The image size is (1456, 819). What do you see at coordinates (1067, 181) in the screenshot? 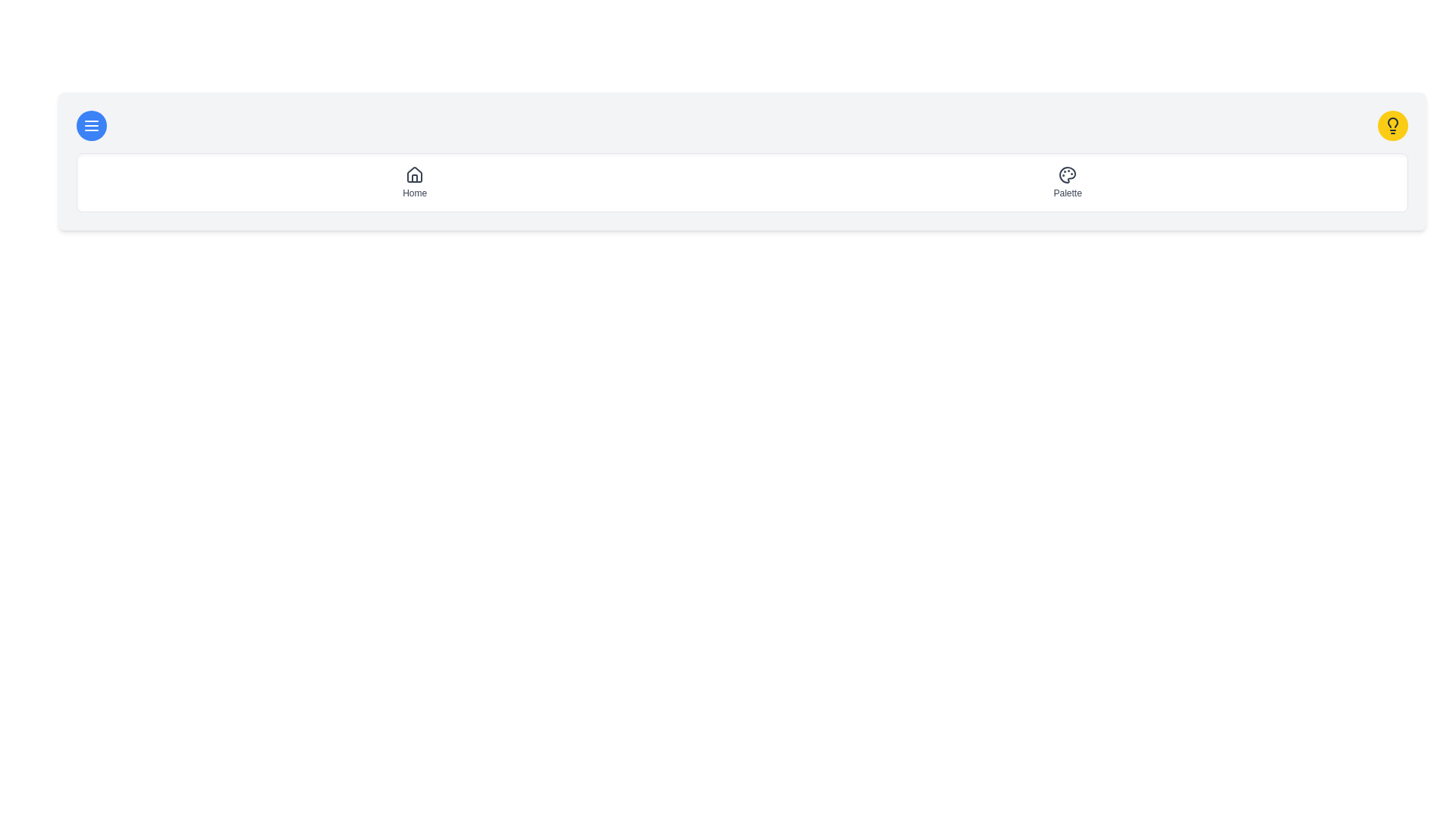
I see `the second item in the horizontal navigation menu, which is a clickable button for navigating to the 'Palette' section, located towards the right side of the navigation bar` at bounding box center [1067, 181].